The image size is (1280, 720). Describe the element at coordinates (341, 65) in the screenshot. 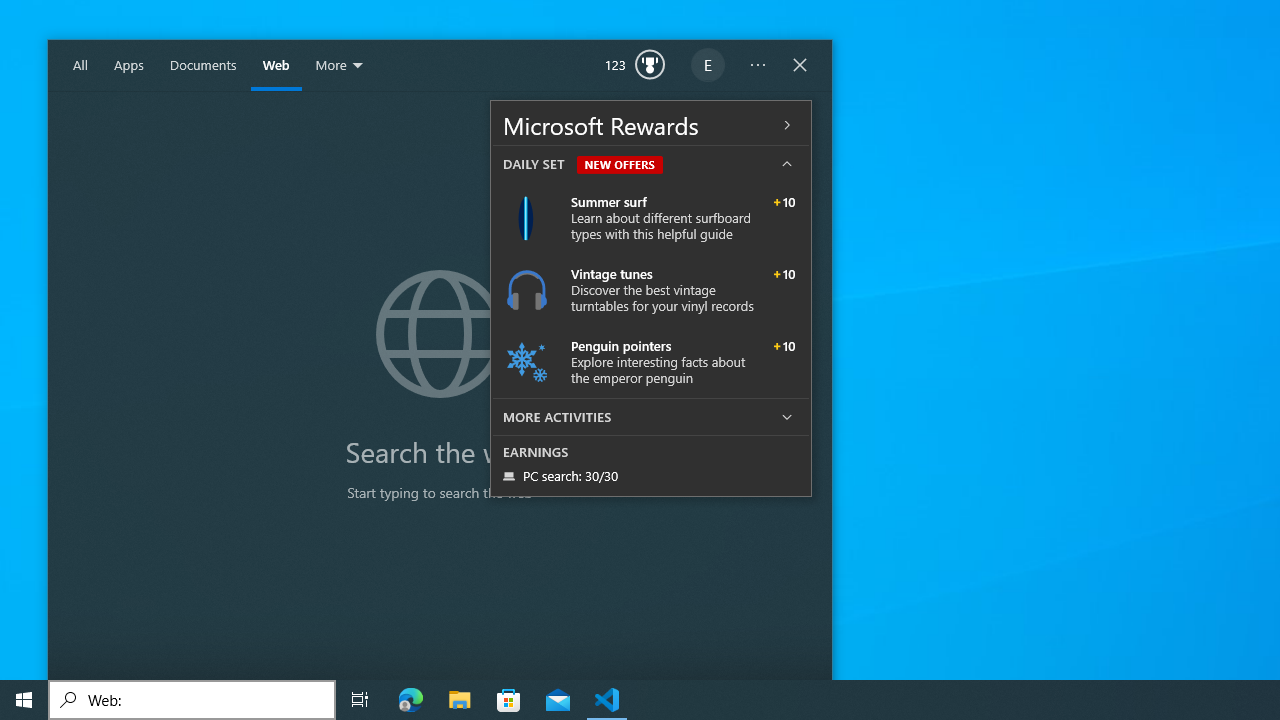

I see `'More'` at that location.